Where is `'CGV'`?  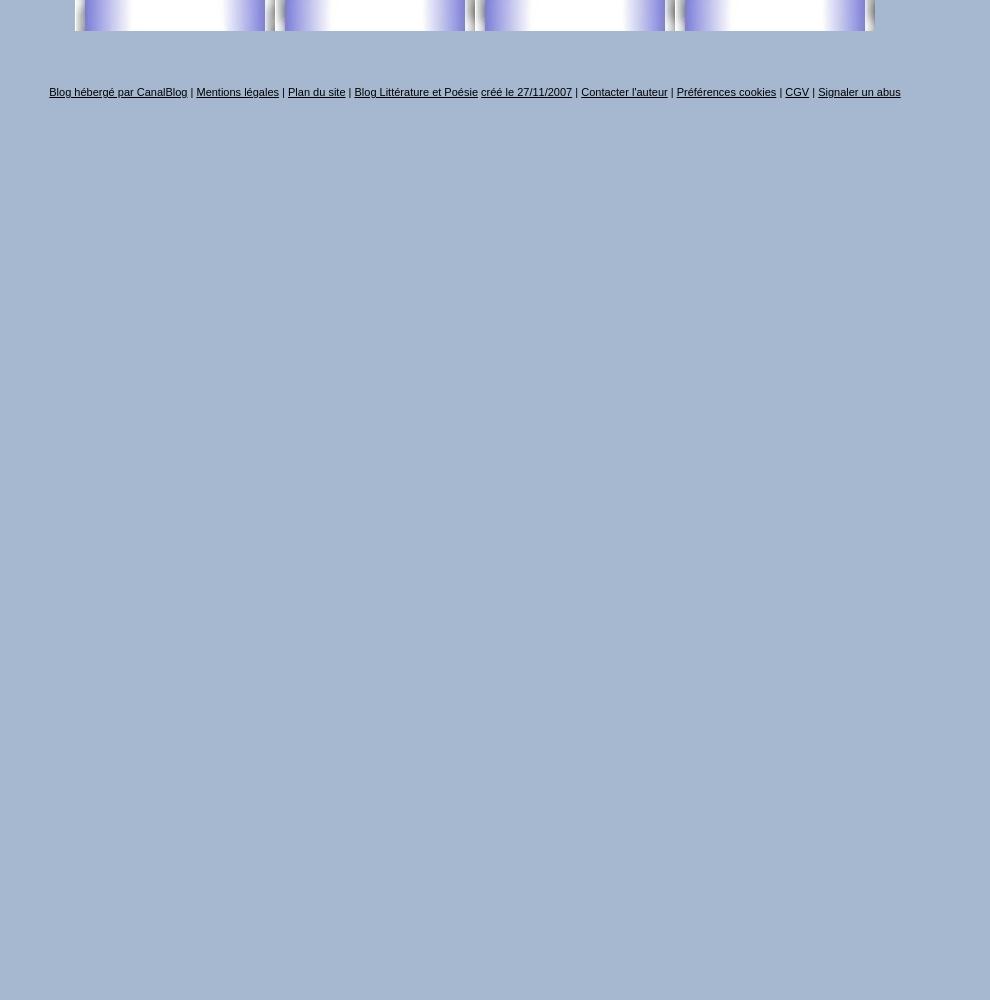
'CGV' is located at coordinates (796, 91).